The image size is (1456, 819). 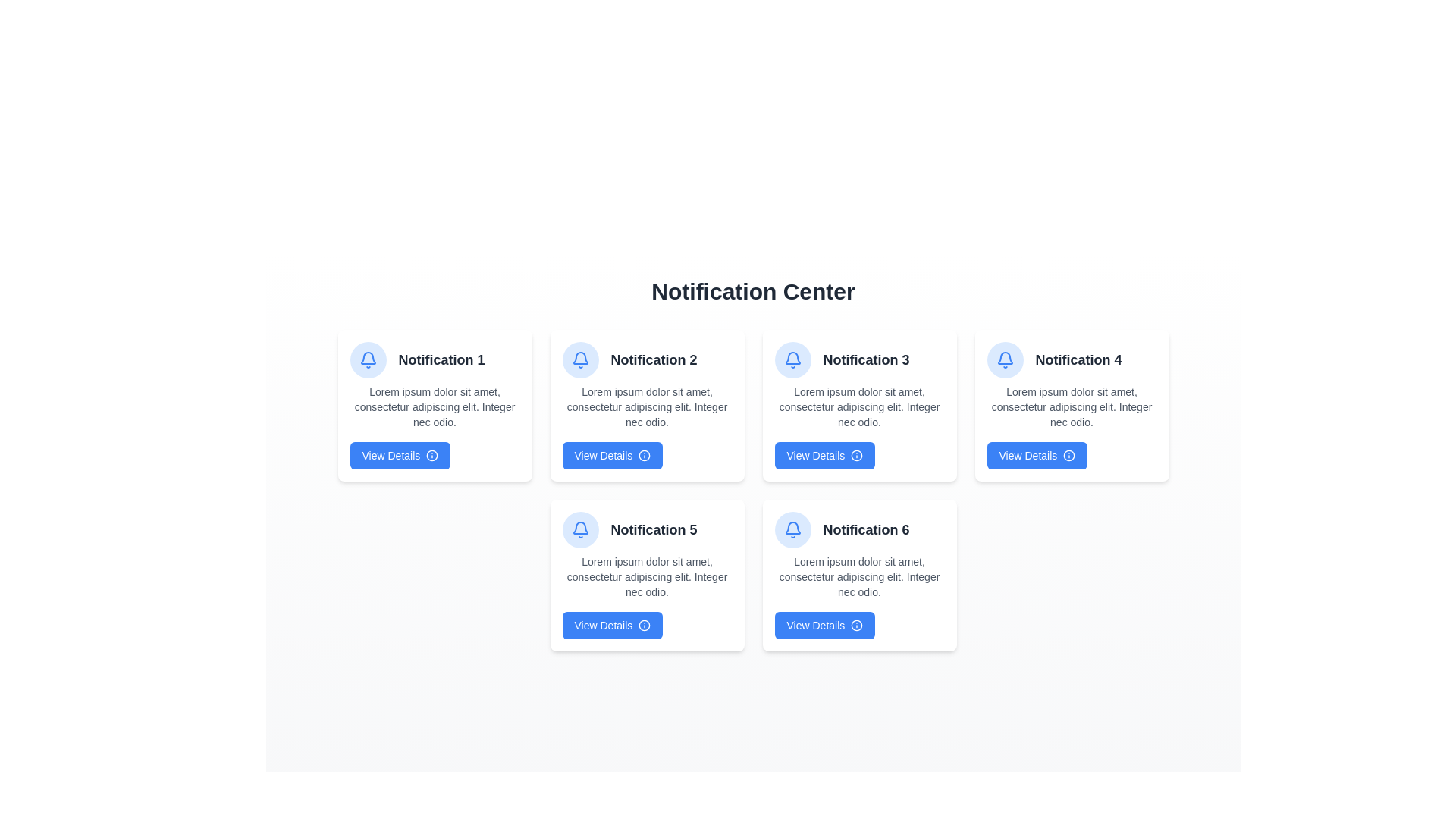 I want to click on the 'View Details' button, which is styled with rounded corners and includes an information circle icon, to observe any hover effect, so click(x=400, y=455).